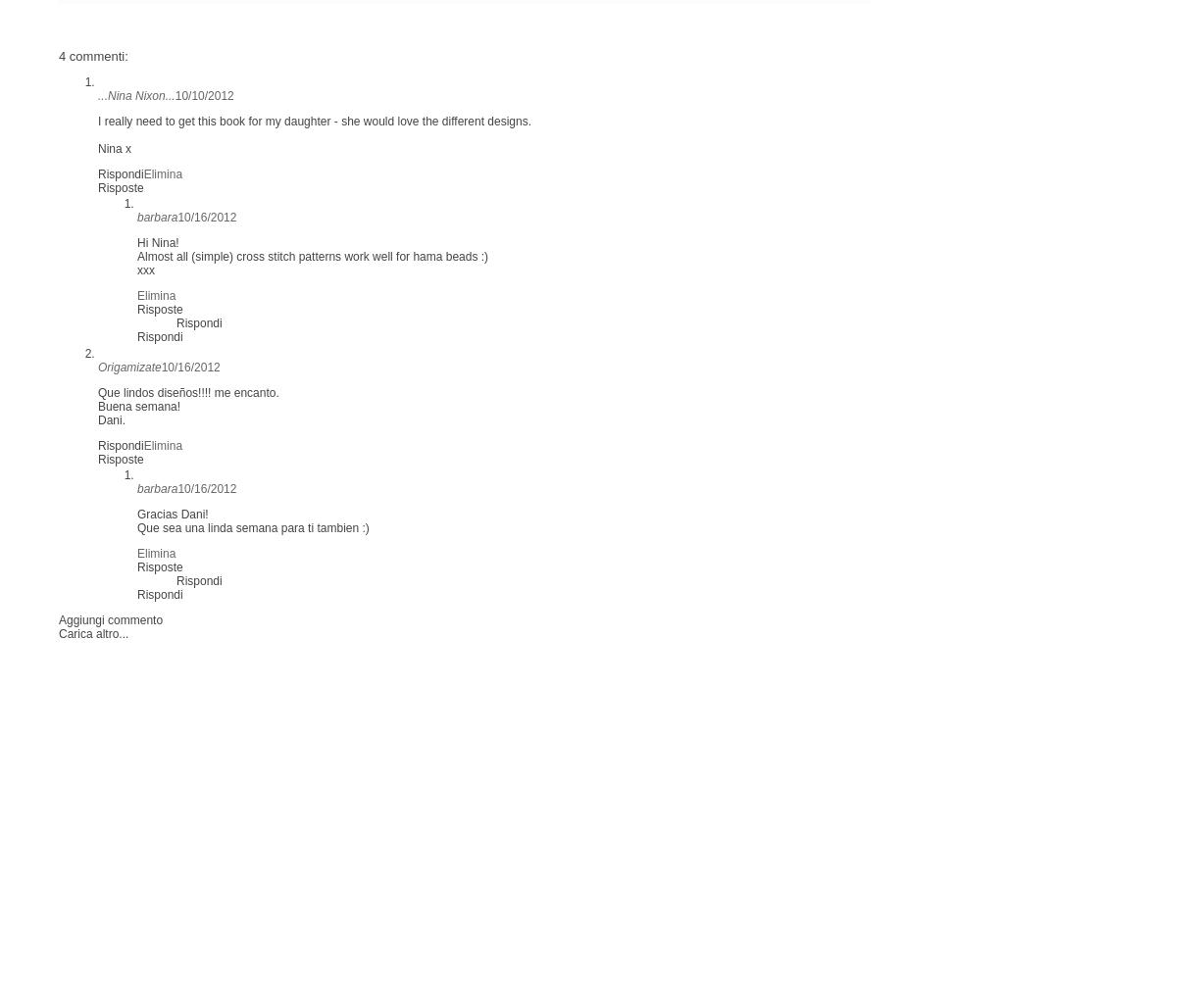  Describe the element at coordinates (93, 633) in the screenshot. I see `'Carica altro...'` at that location.